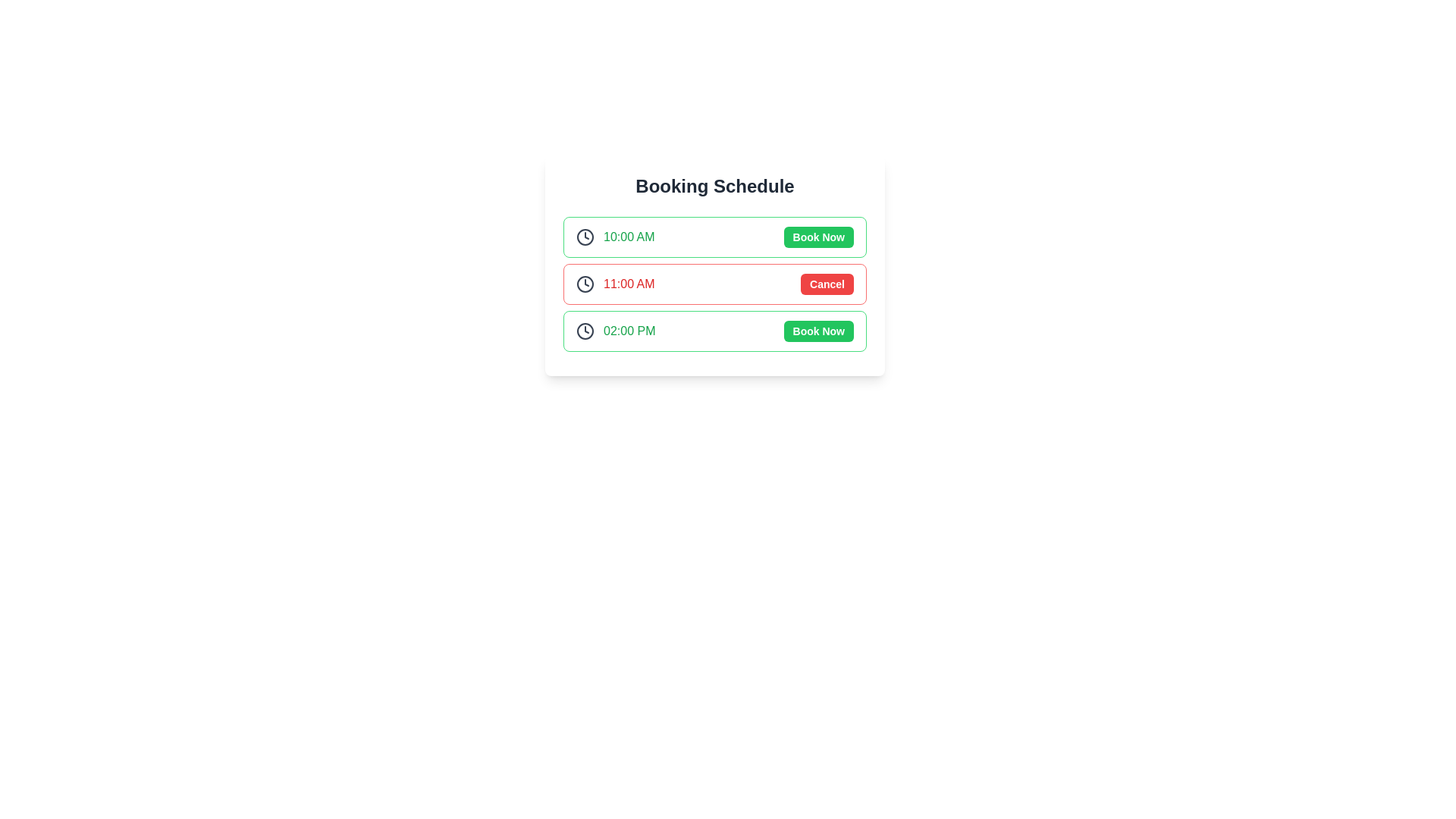 The width and height of the screenshot is (1456, 819). I want to click on the text label displaying the time '02:00 PM' in green font, which is part of the booking schedule interface, so click(629, 330).